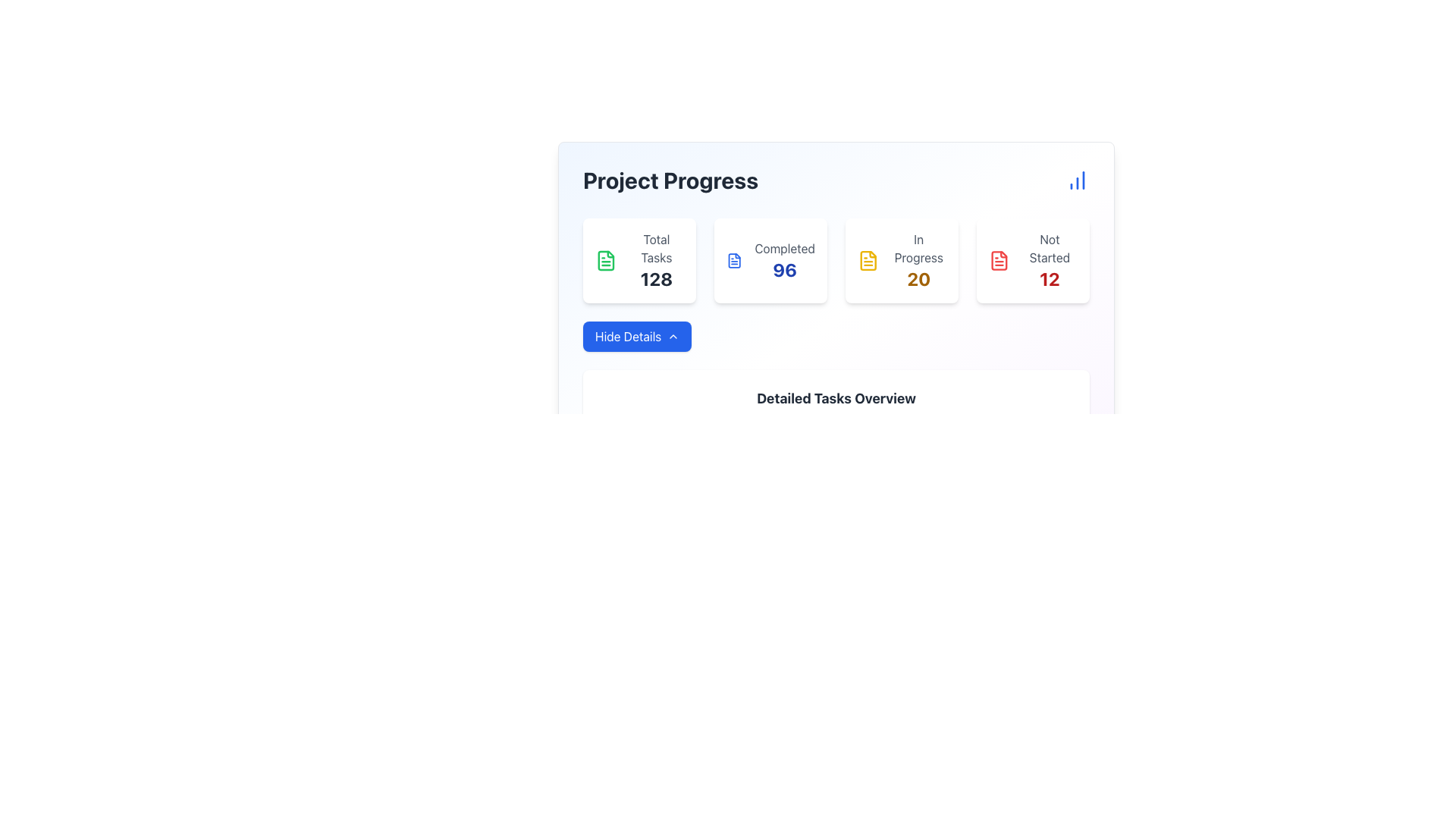 The image size is (1456, 819). Describe the element at coordinates (770, 259) in the screenshot. I see `the Statistical Display Card displaying '96' completed tasks, which is the second card in a grid layout, positioned between 'Total Tasks 128' and 'In Progress 20'` at that location.